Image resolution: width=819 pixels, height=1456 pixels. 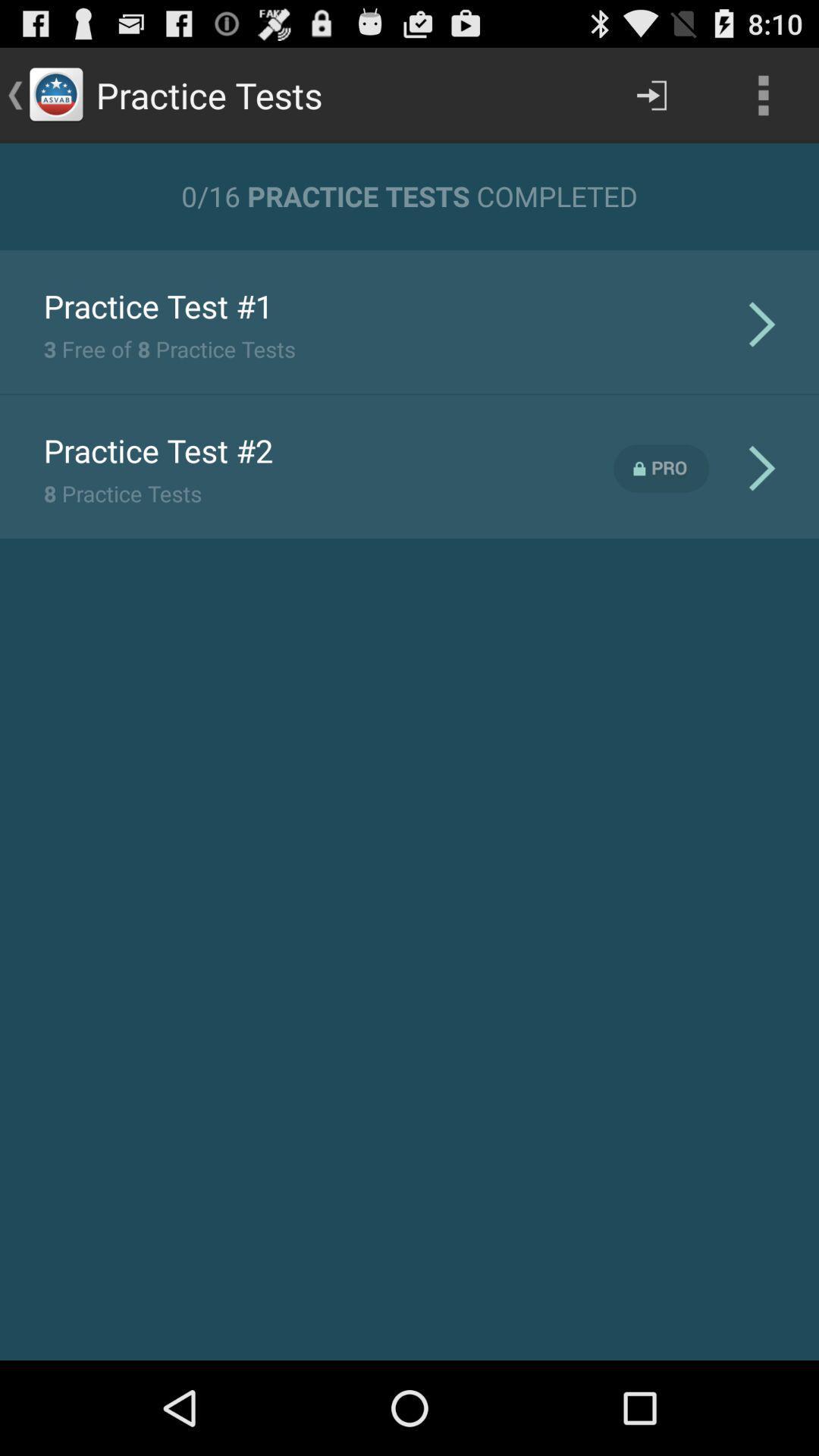 What do you see at coordinates (762, 323) in the screenshot?
I see `the item to the right of the 3 free of app` at bounding box center [762, 323].